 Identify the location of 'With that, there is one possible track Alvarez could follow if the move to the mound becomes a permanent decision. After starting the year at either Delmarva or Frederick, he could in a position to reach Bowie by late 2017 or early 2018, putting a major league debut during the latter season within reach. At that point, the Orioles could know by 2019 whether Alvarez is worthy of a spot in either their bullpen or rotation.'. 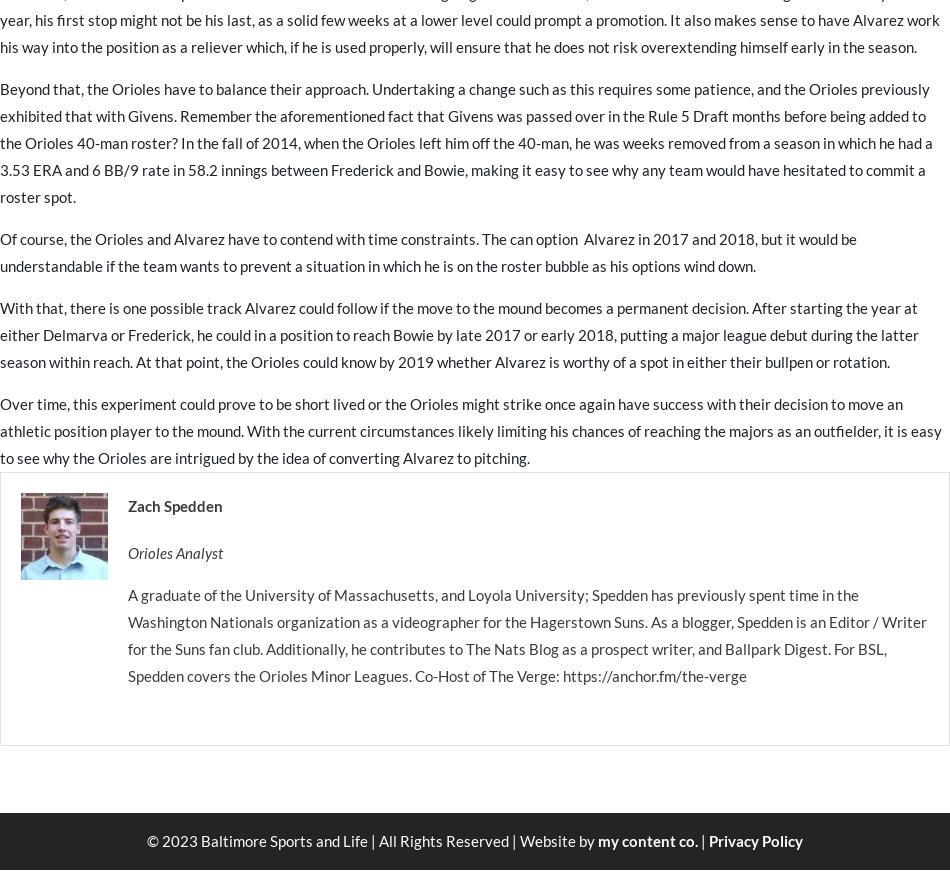
(0, 333).